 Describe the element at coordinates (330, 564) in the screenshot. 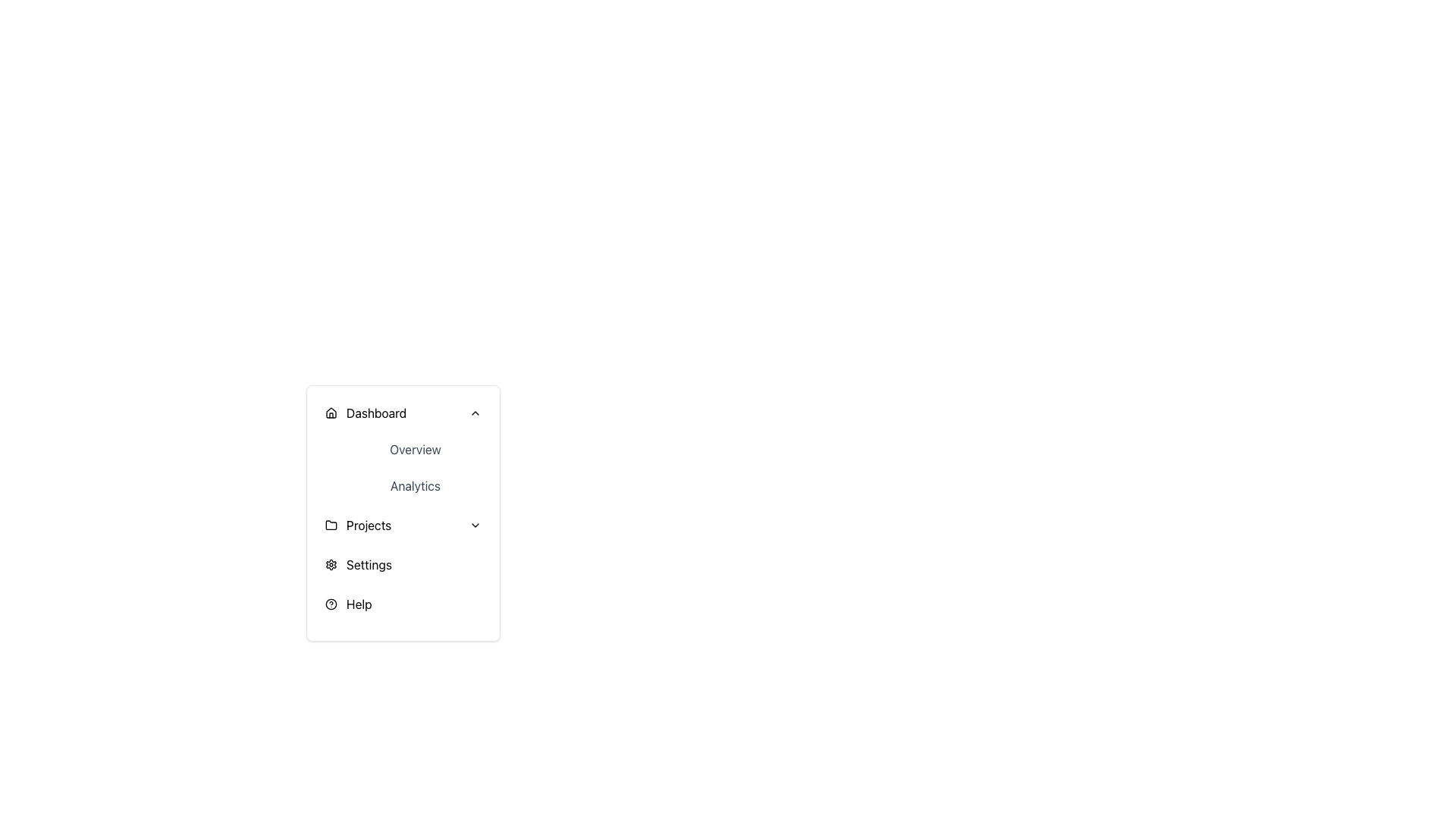

I see `the circular gear icon to the left of the 'Settings' label in the menu` at that location.